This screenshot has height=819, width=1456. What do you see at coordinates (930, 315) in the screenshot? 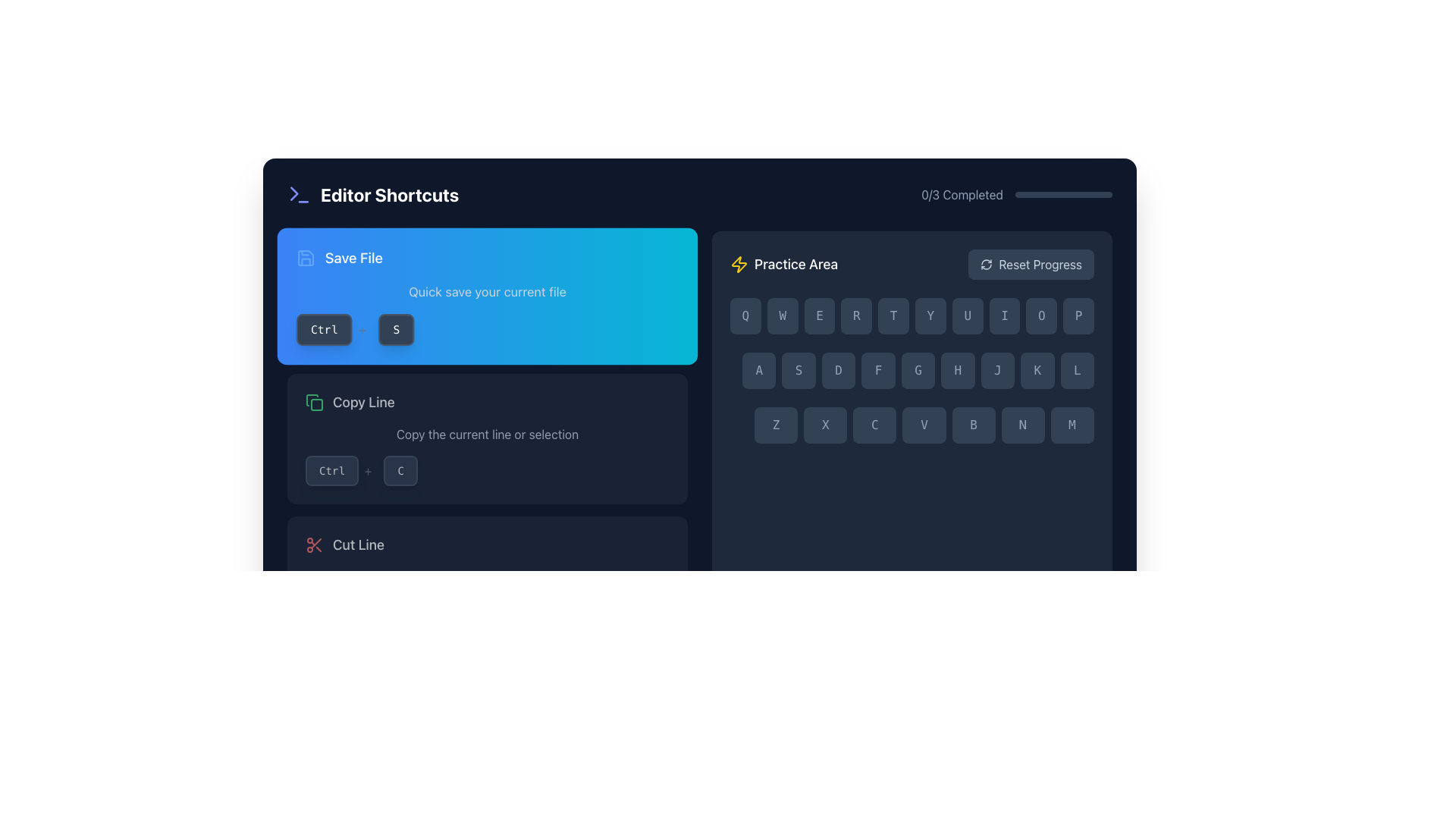
I see `the virtual keyboard button located as the sixth key in a row of ten, positioned centrally on the right side of the interface, directly to the right of the 'T' key and to the left of the 'U' key` at bounding box center [930, 315].